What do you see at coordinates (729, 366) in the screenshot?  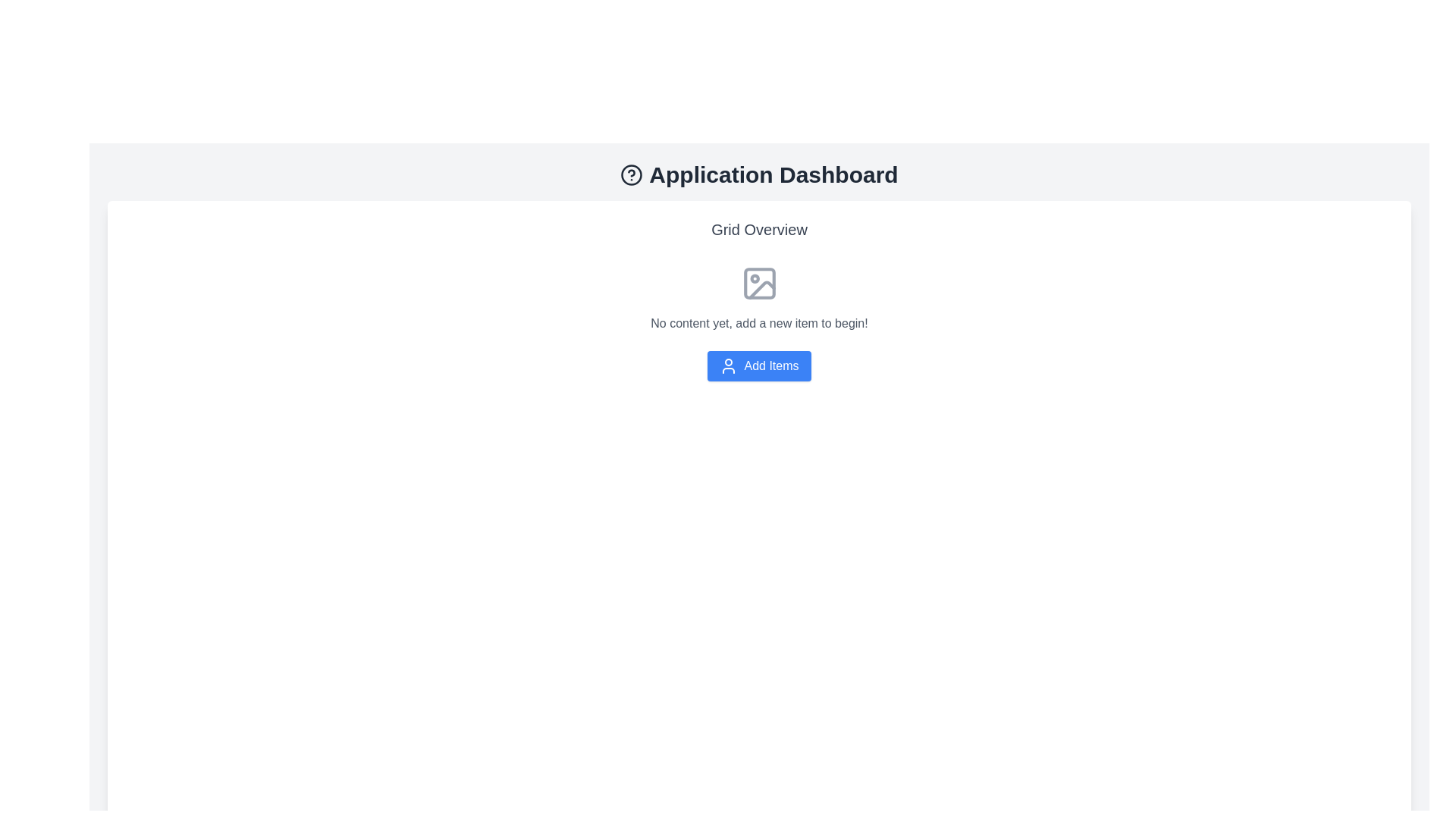 I see `the user profile icon located on the left side of the 'Add Items' button, which is centered horizontally near the bottom of the main interface` at bounding box center [729, 366].